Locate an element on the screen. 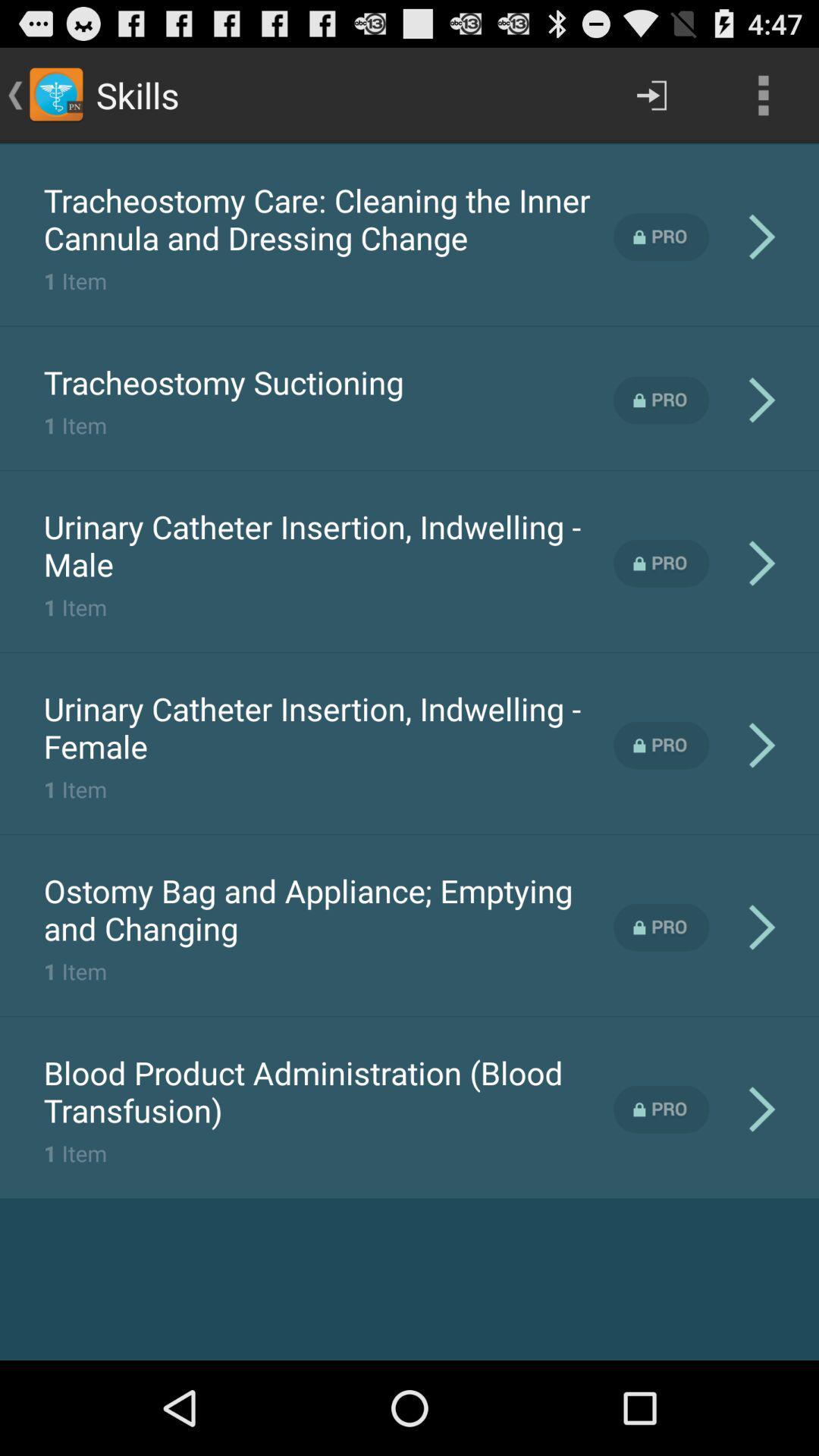 This screenshot has width=819, height=1456. unlock pro content is located at coordinates (661, 1109).